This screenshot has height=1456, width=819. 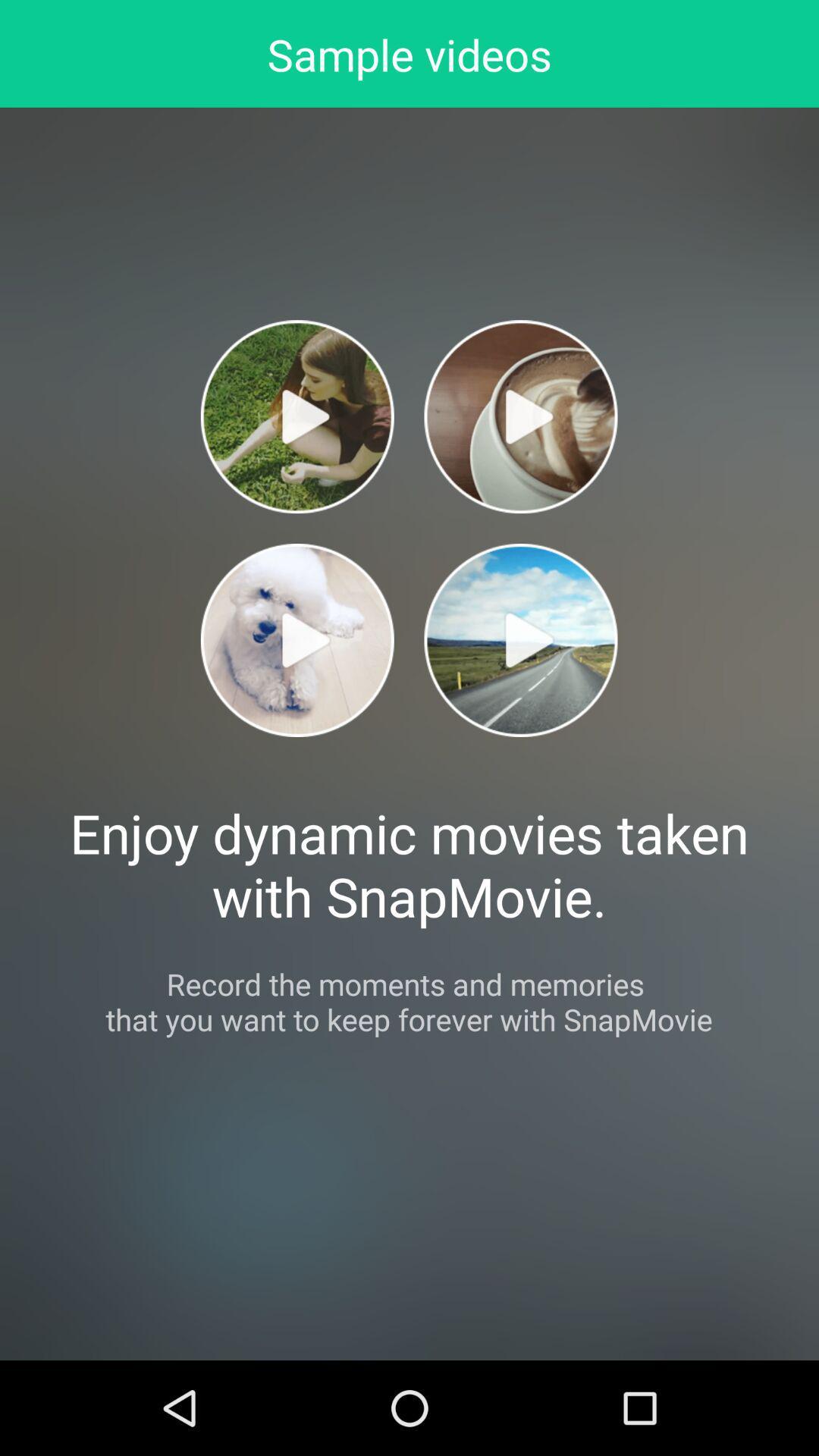 What do you see at coordinates (297, 640) in the screenshot?
I see `video` at bounding box center [297, 640].